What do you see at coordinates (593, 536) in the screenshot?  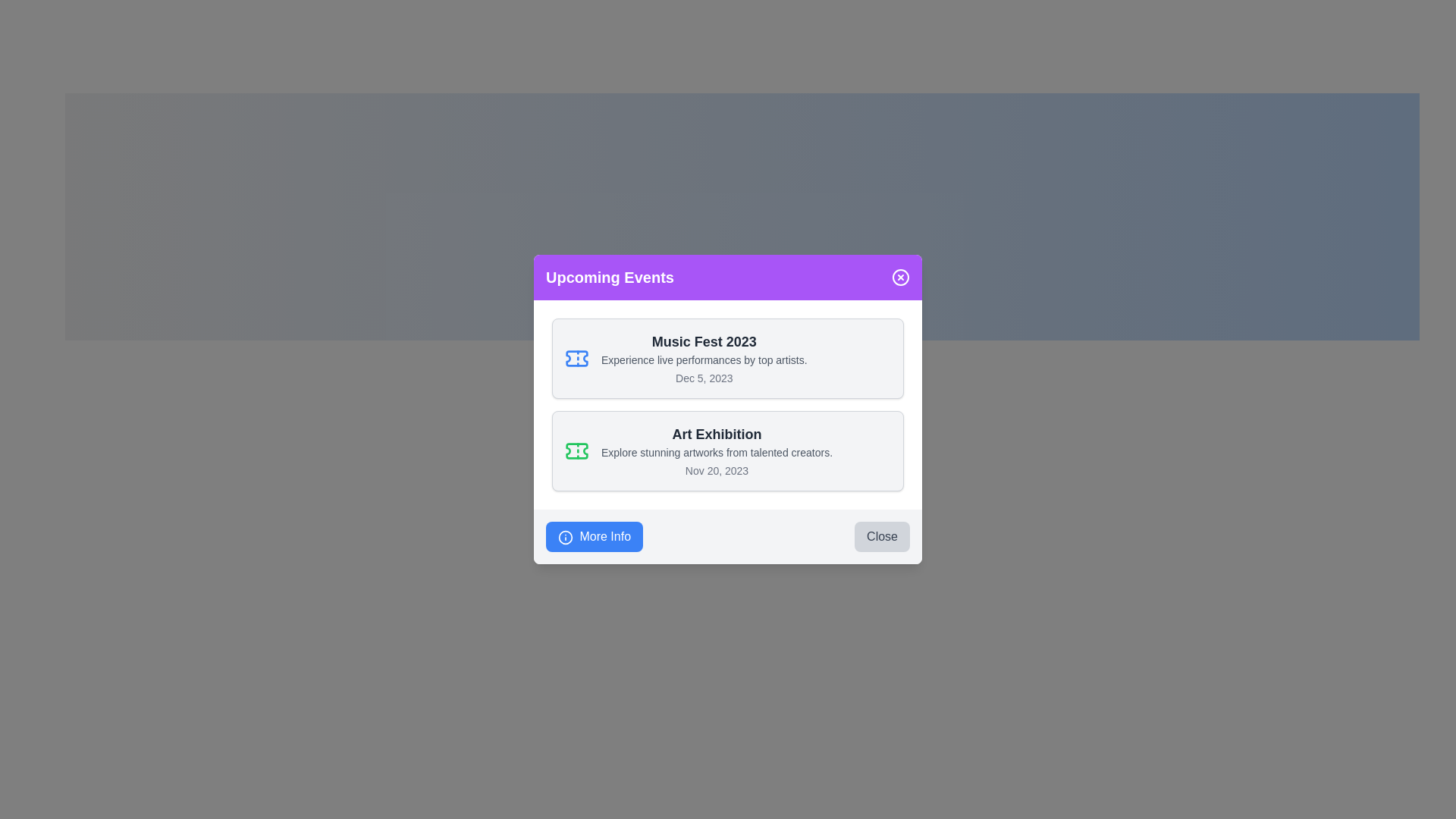 I see `the 'More Info' button, which is a rectangular button with a blue background and white text located at the bottom left of the 'Upcoming Events' modal panel` at bounding box center [593, 536].